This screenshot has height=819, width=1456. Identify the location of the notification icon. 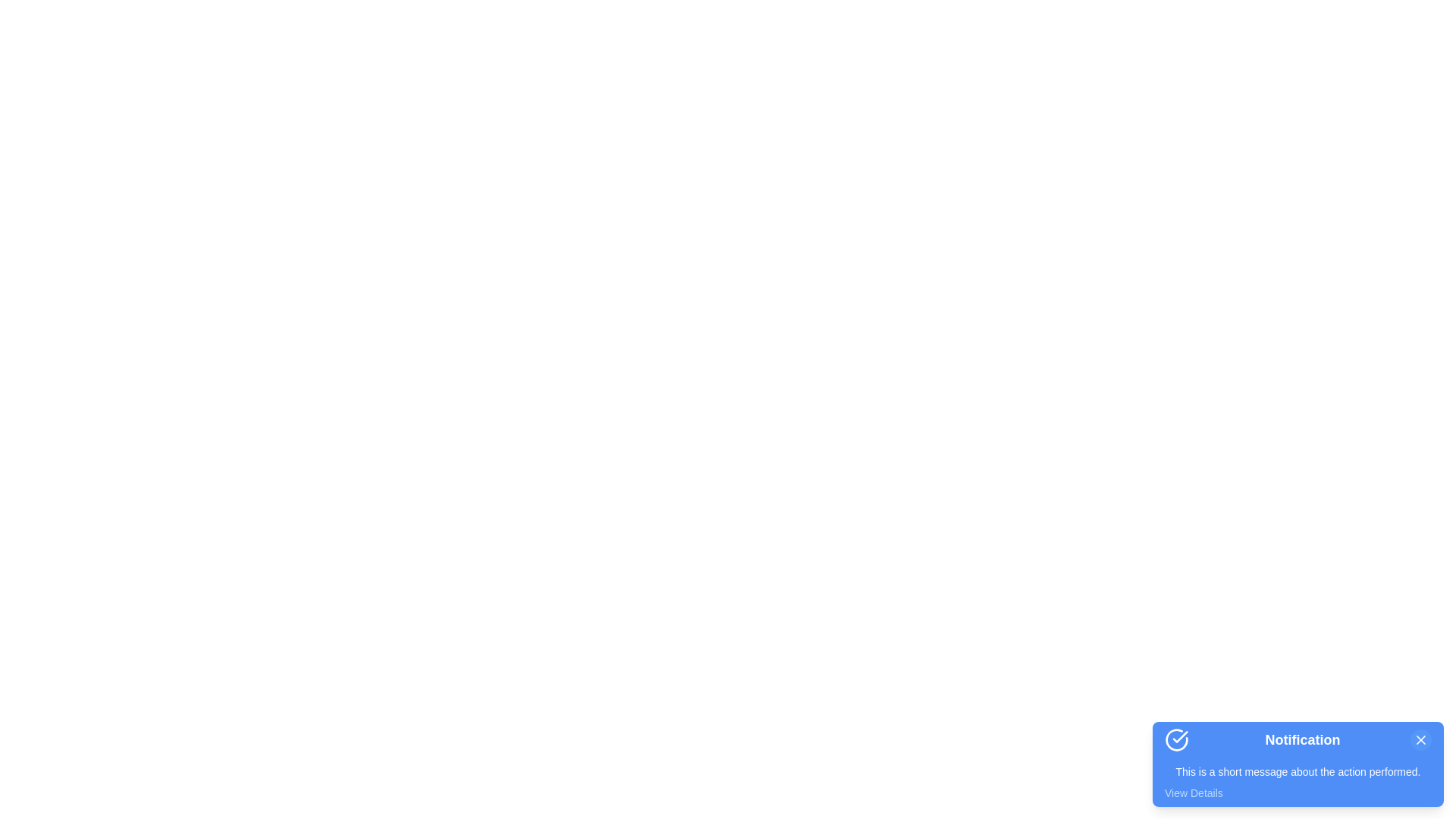
(1175, 739).